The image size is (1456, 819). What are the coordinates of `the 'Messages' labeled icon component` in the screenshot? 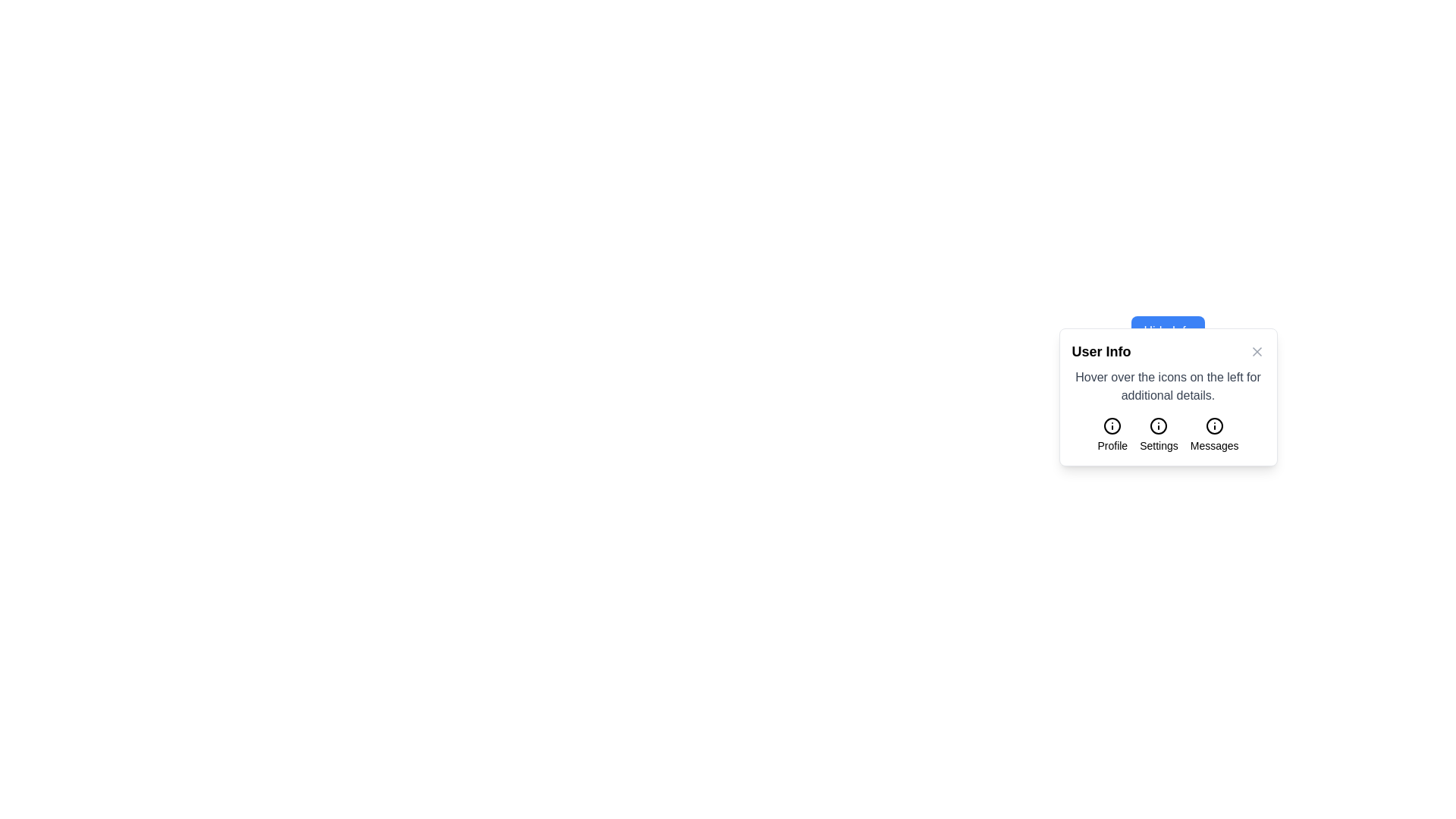 It's located at (1214, 435).